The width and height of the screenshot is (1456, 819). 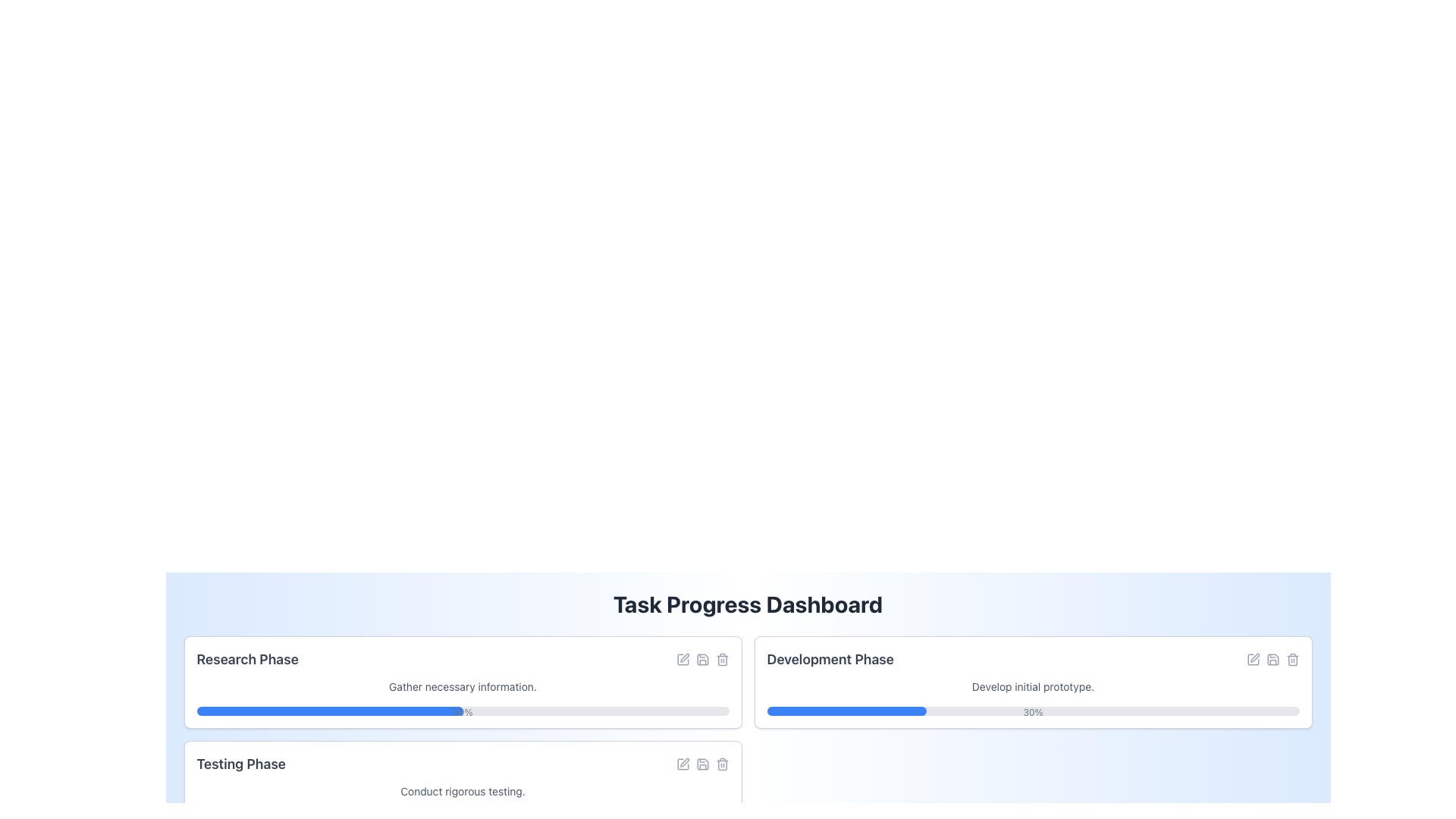 What do you see at coordinates (240, 764) in the screenshot?
I see `the Text Label positioned in the second row, first column of the layout, serving as a title or heading` at bounding box center [240, 764].